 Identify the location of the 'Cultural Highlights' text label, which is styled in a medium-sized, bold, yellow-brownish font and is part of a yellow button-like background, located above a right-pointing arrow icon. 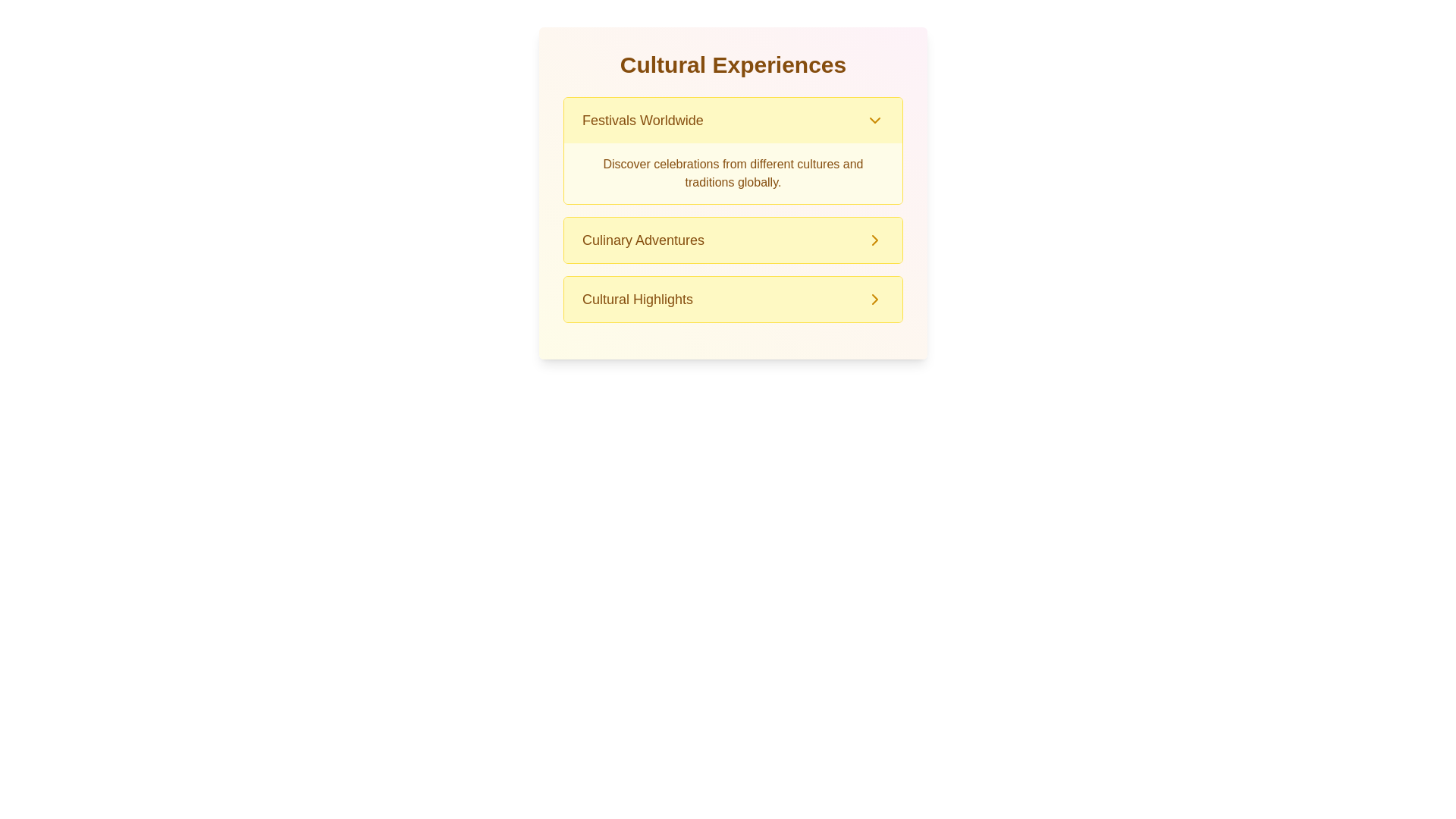
(637, 299).